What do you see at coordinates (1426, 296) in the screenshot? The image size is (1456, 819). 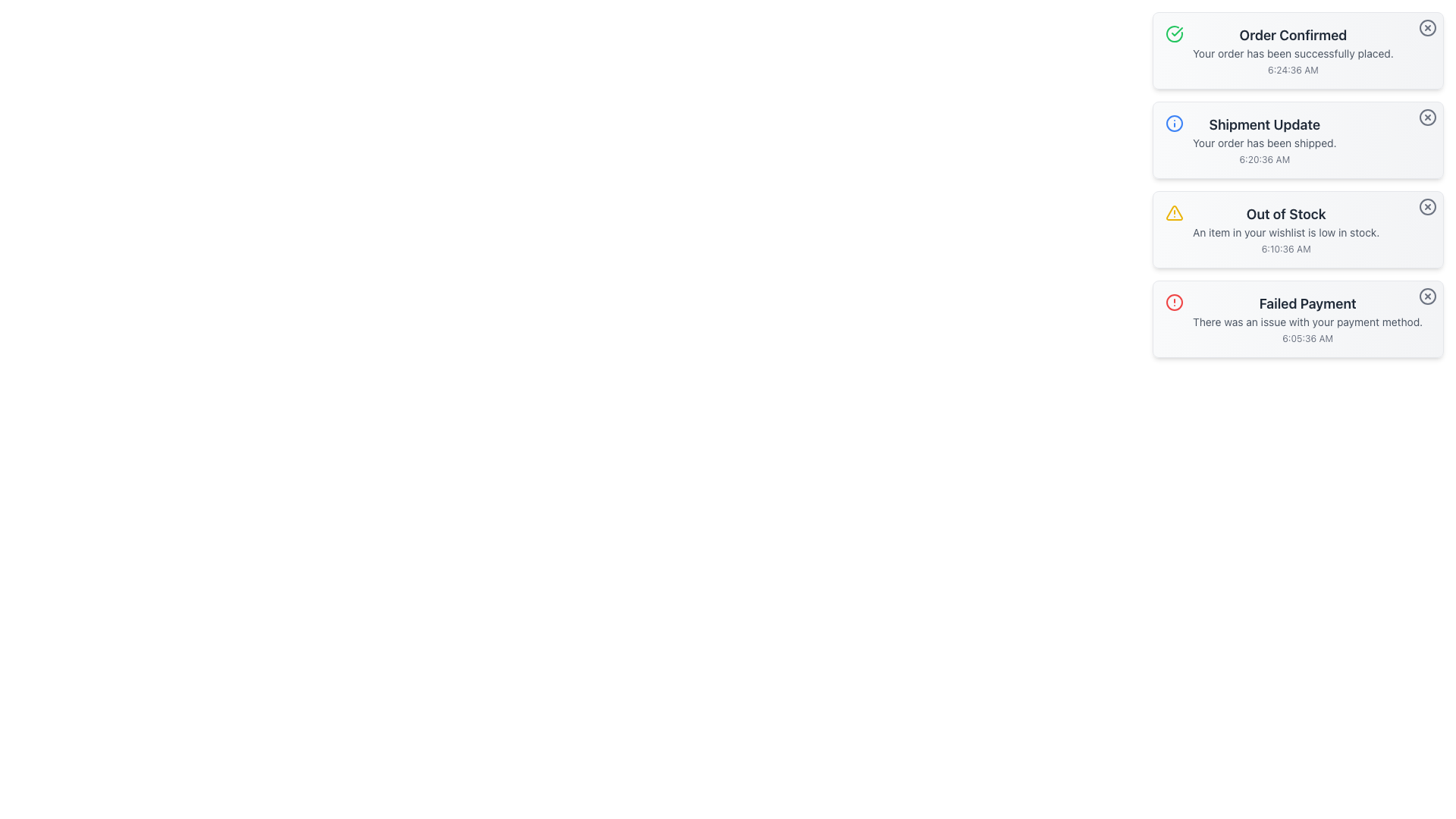 I see `the close button represented by an 'X' symbol inside a circular border located in the top-right corner of the 'Failed Payment' notification card` at bounding box center [1426, 296].